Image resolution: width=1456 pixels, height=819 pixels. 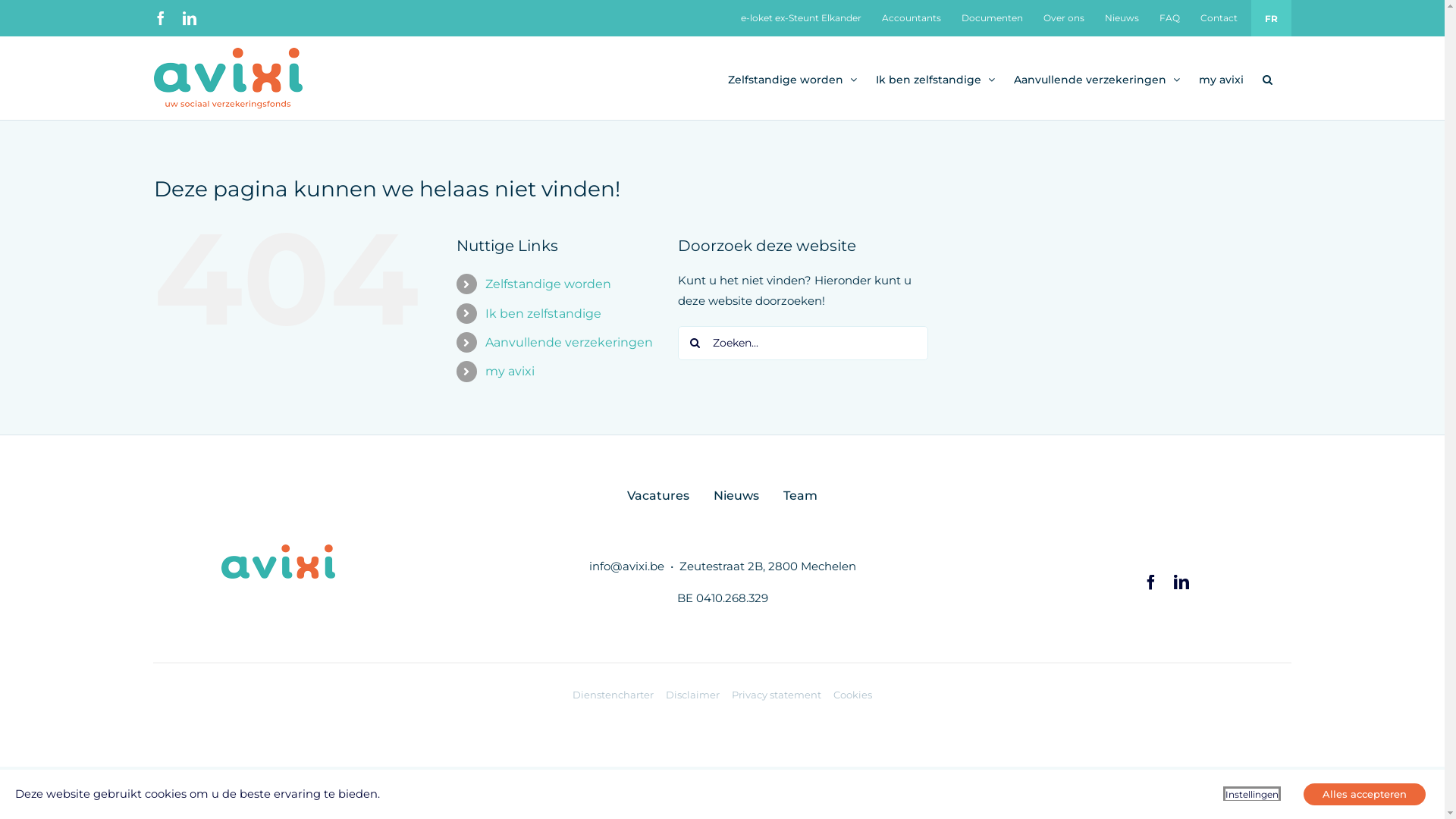 What do you see at coordinates (484, 342) in the screenshot?
I see `'Aanvullende verzekeringen'` at bounding box center [484, 342].